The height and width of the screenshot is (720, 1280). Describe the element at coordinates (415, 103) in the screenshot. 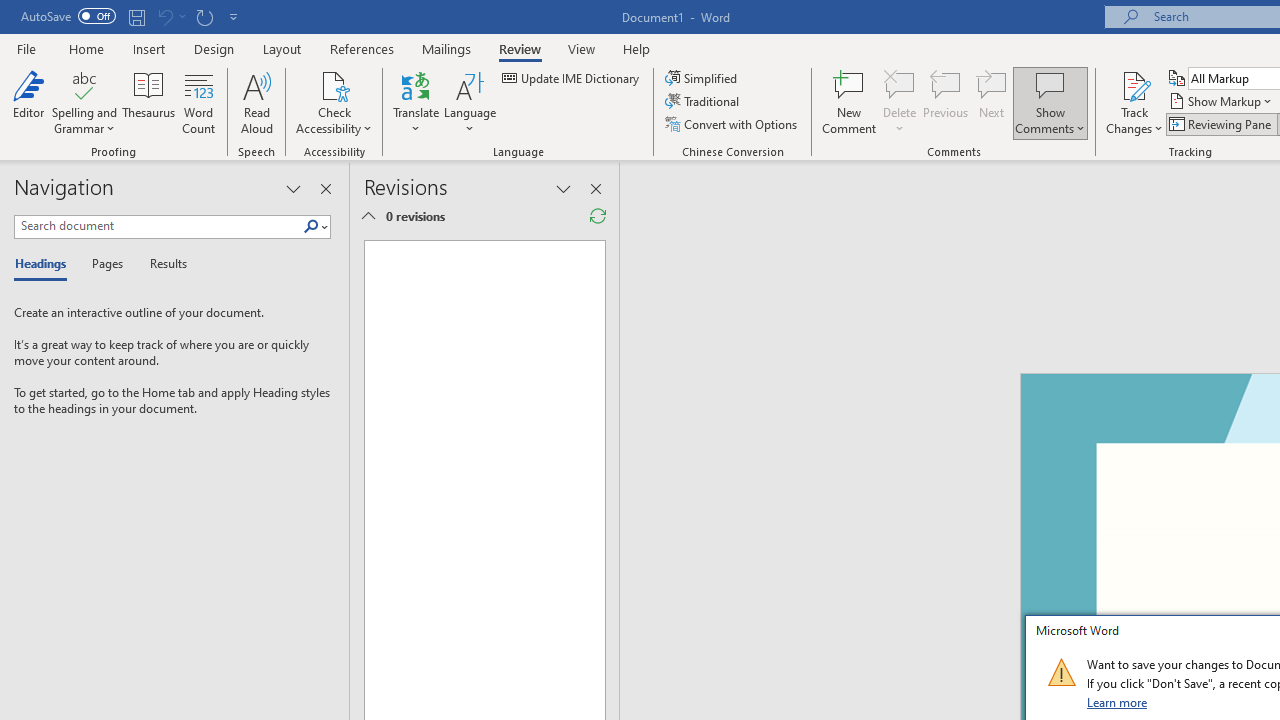

I see `'Translate'` at that location.